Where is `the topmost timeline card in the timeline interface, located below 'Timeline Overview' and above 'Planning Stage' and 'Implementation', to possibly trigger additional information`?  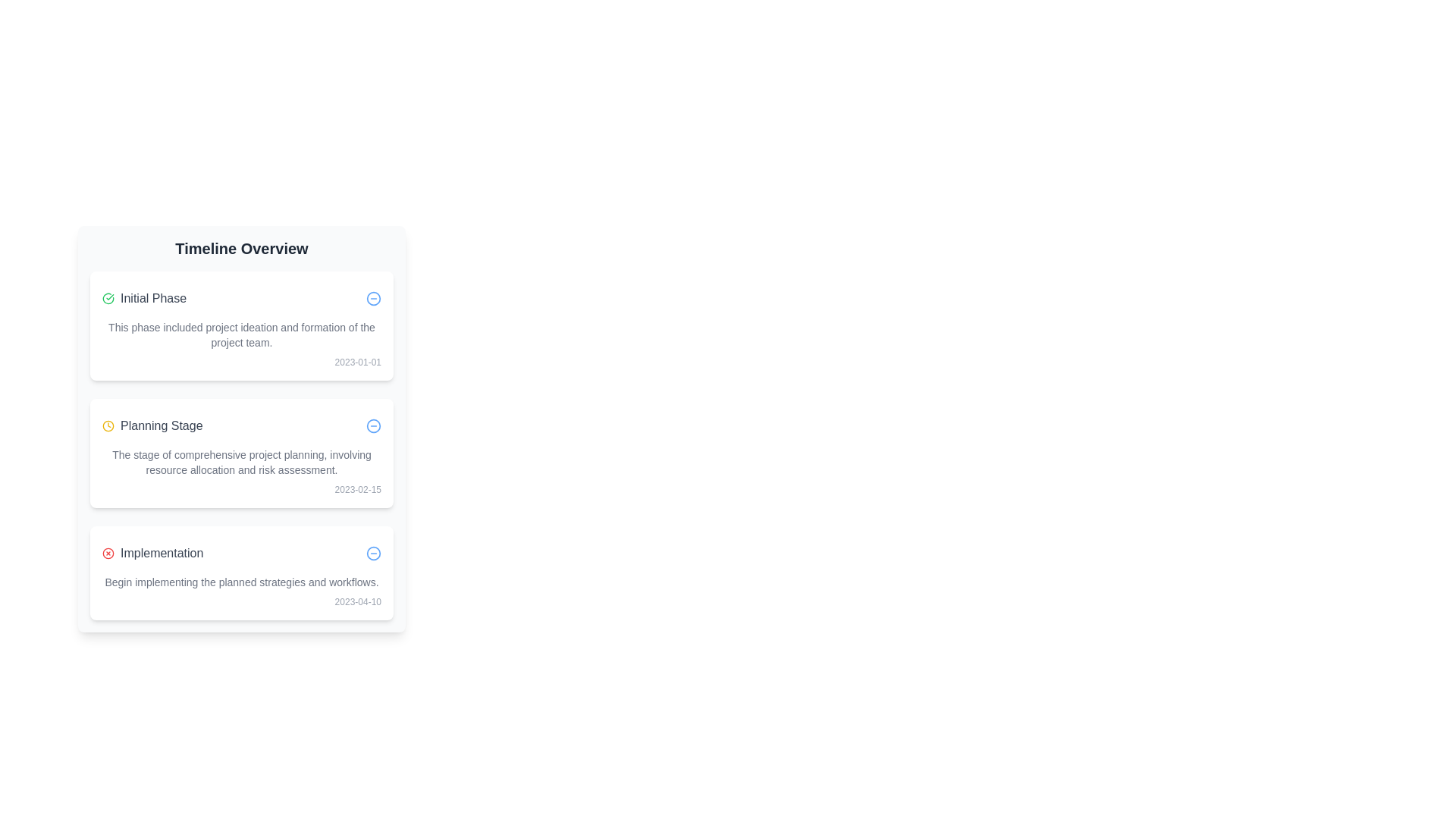 the topmost timeline card in the timeline interface, located below 'Timeline Overview' and above 'Planning Stage' and 'Implementation', to possibly trigger additional information is located at coordinates (240, 325).